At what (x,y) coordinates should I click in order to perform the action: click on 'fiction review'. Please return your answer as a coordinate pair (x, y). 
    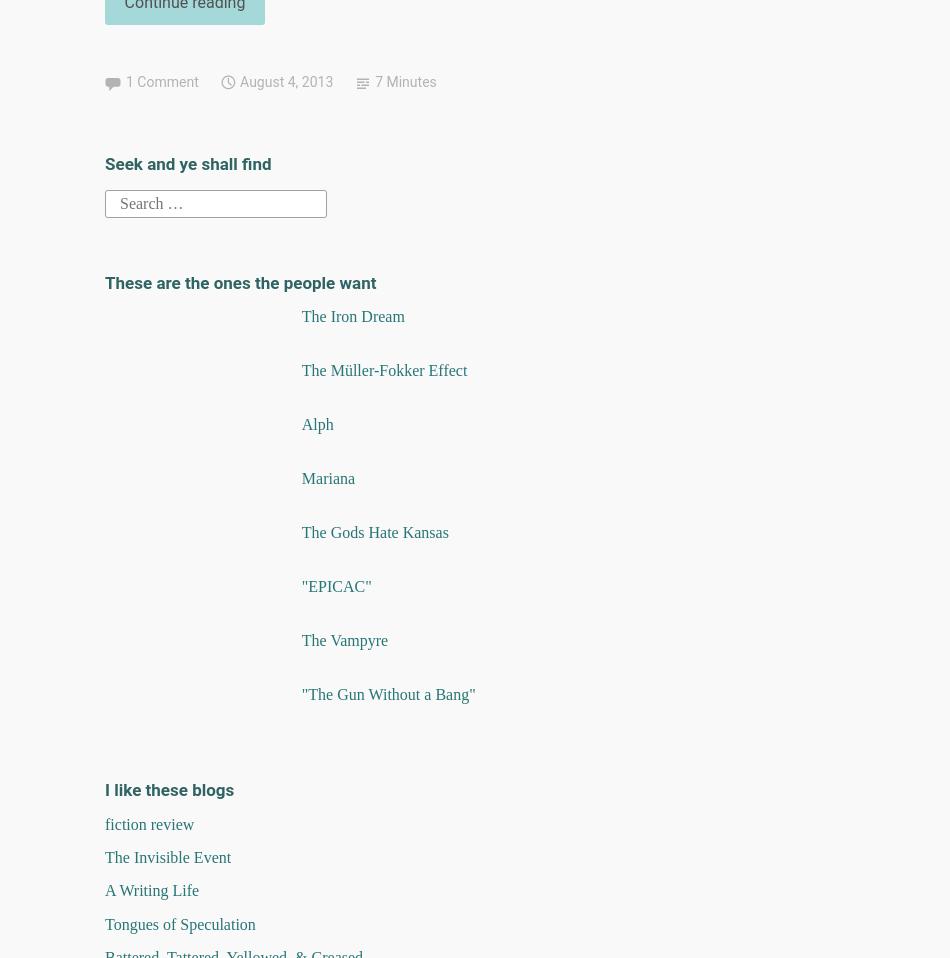
    Looking at the image, I should click on (149, 822).